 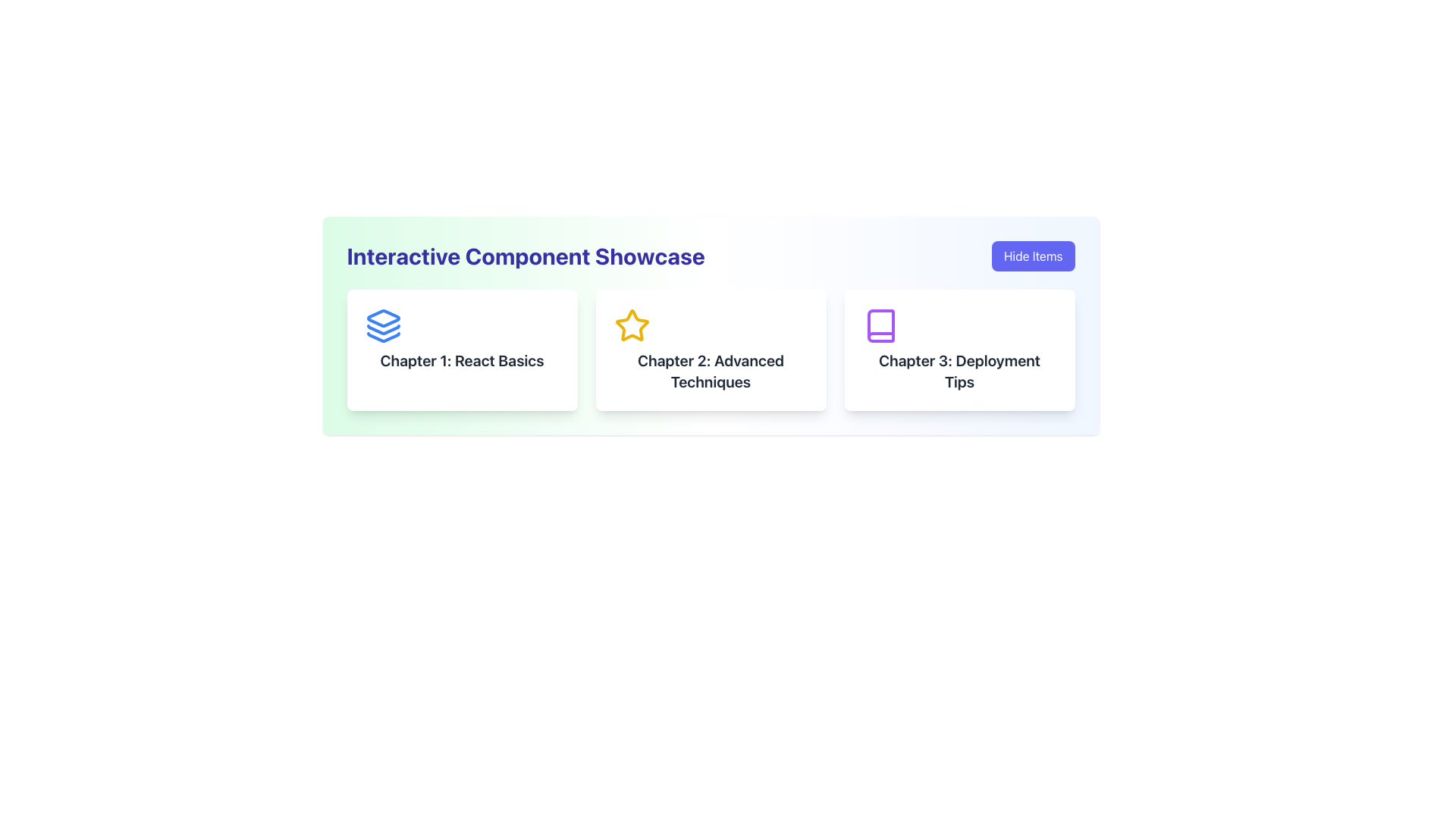 What do you see at coordinates (710, 371) in the screenshot?
I see `text label reading 'Chapter 2: Advanced Techniques', which is styled in a large, bold font and positioned centrally below a yellow star icon in the second card of a horizontal series` at bounding box center [710, 371].